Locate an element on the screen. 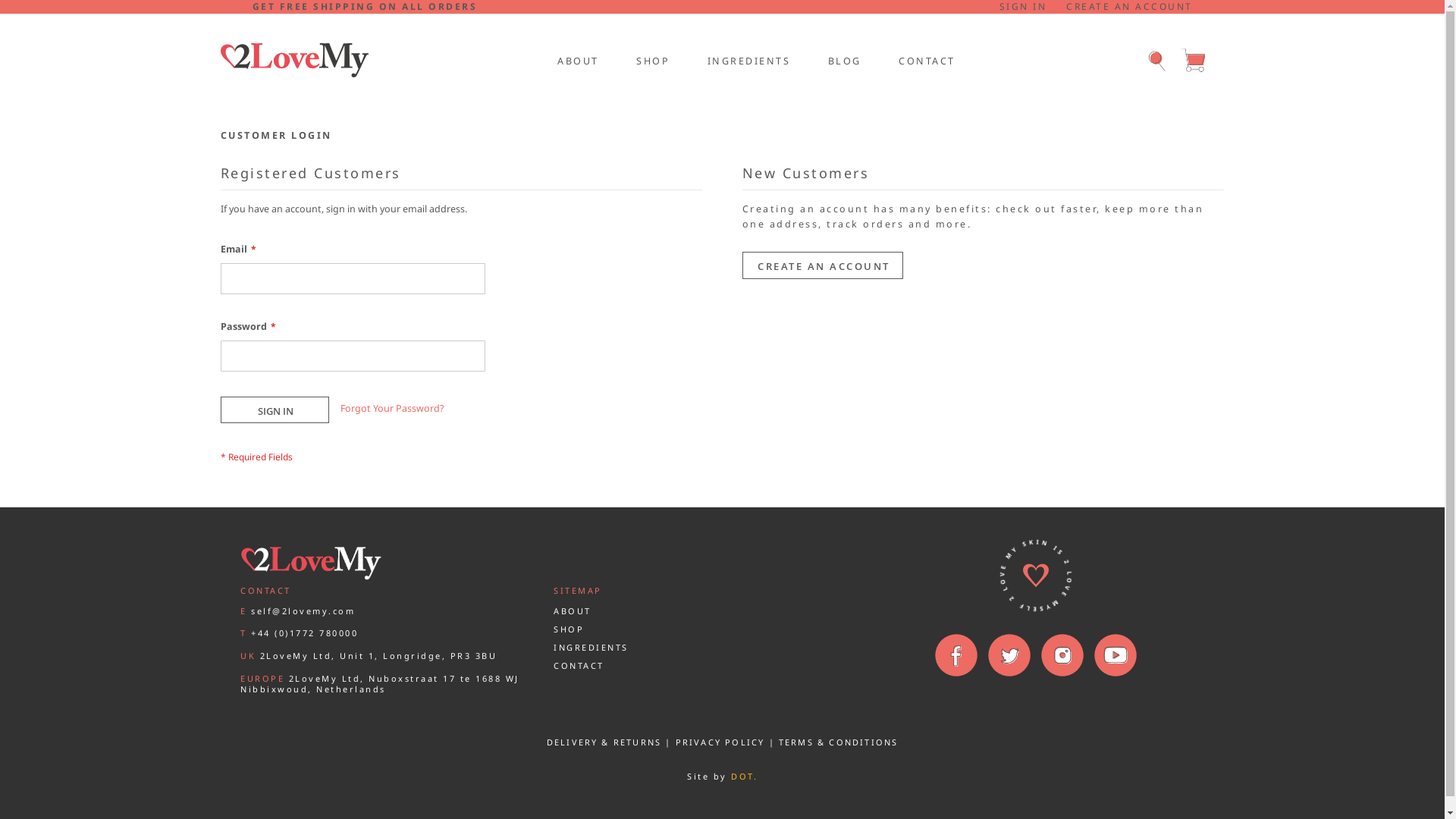  '+44 (0)1772 780000' is located at coordinates (303, 632).